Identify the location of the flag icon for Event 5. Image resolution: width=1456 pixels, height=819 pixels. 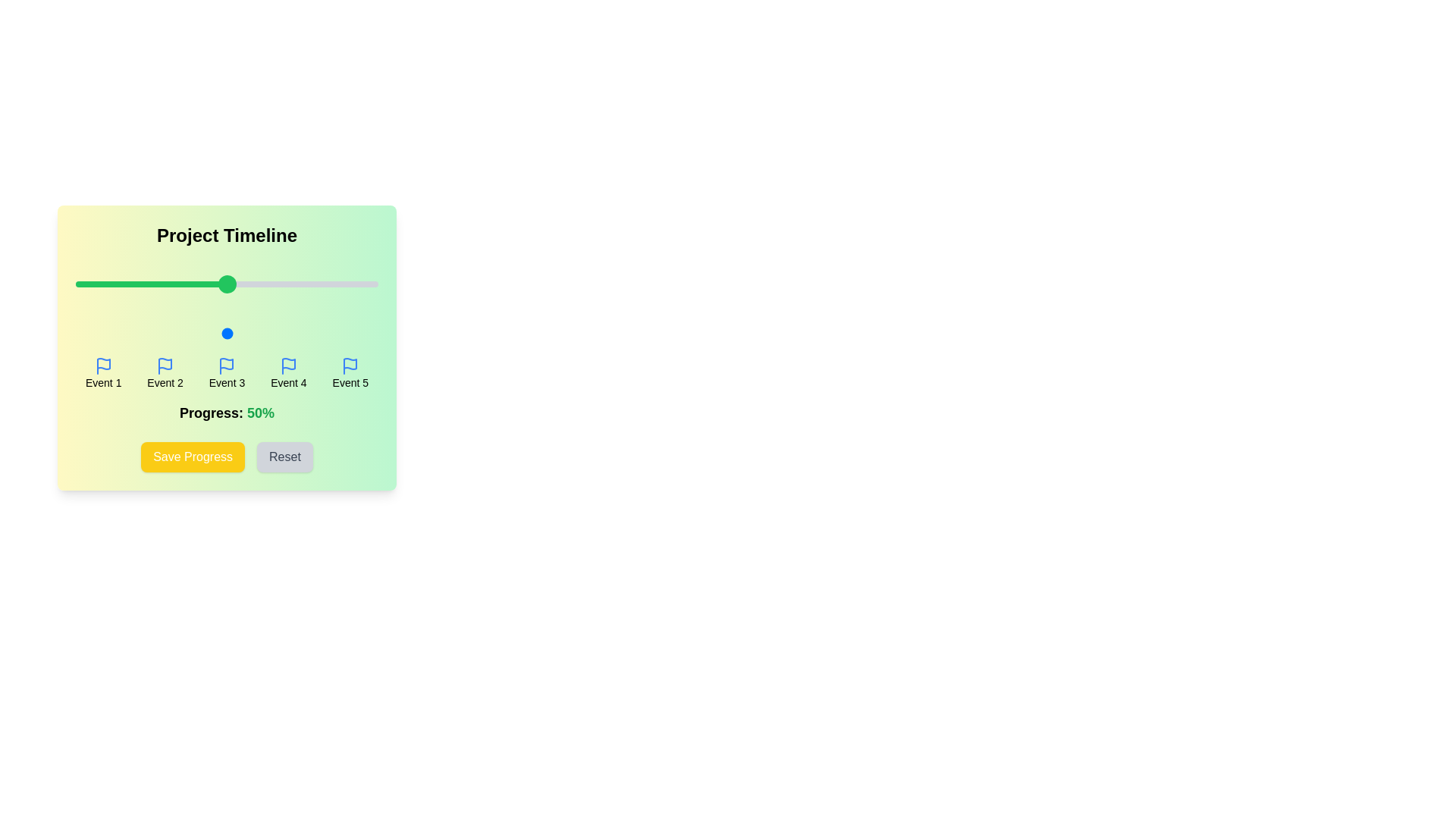
(350, 366).